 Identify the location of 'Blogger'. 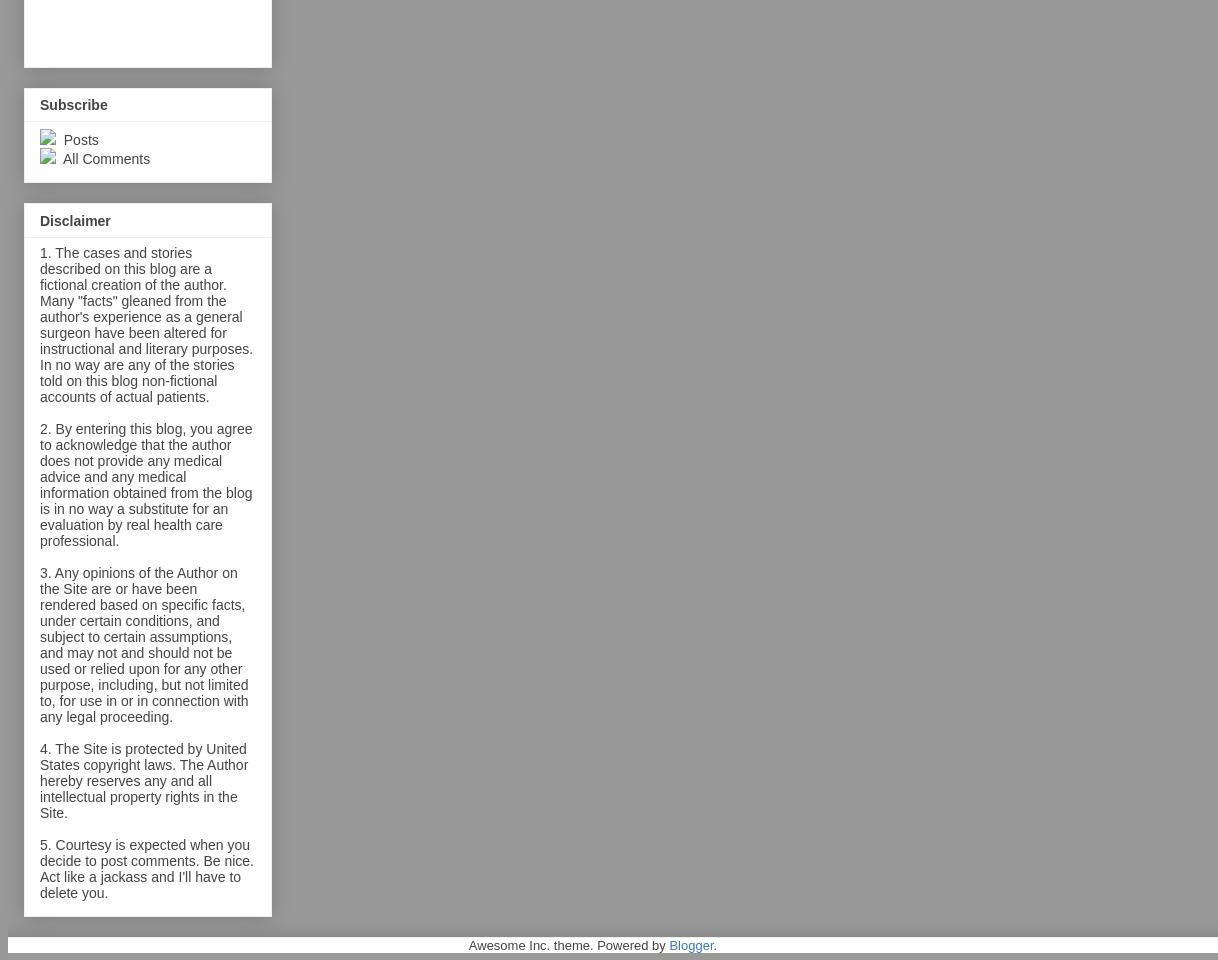
(668, 944).